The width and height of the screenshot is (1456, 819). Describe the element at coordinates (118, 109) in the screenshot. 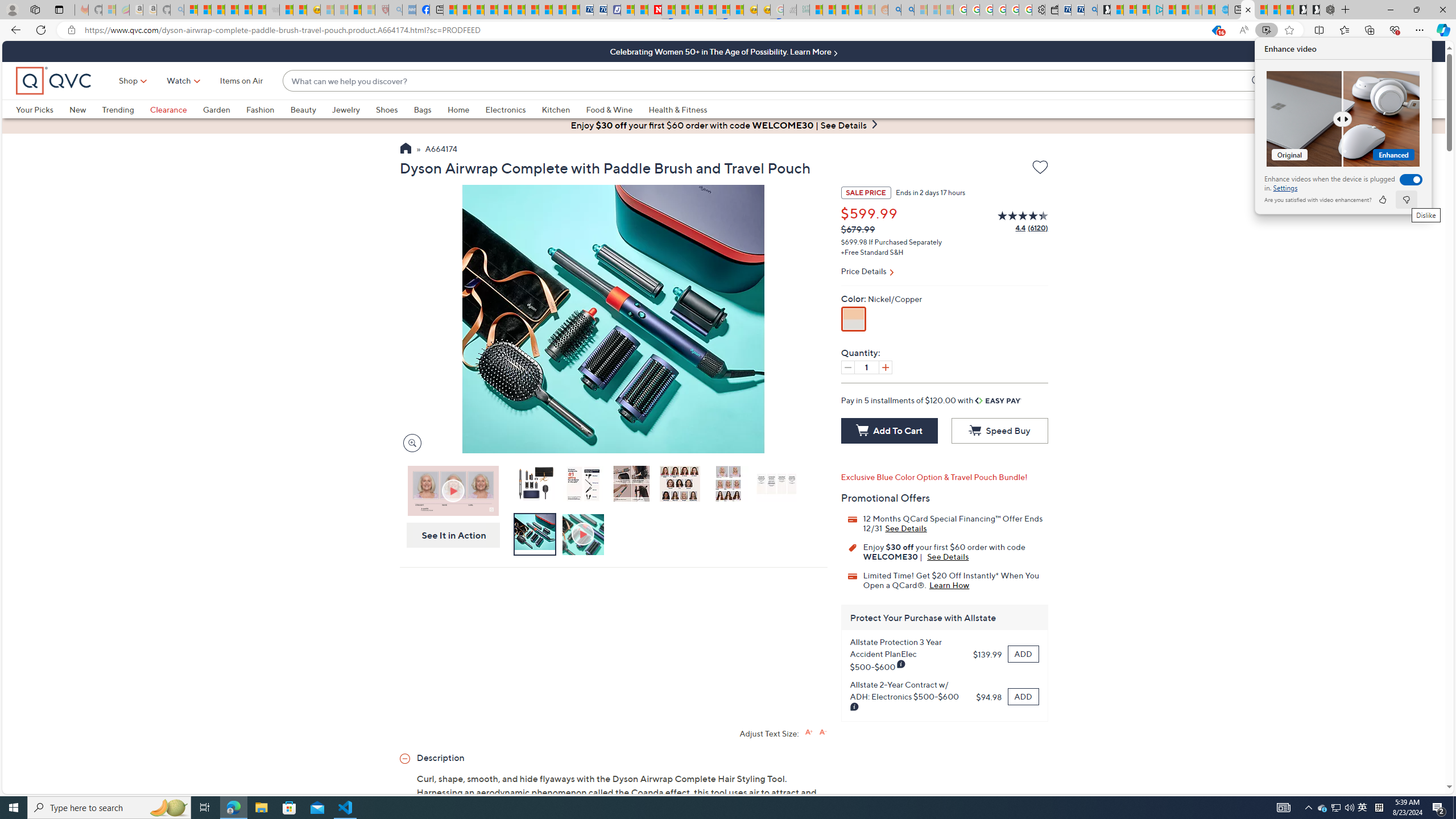

I see `'Trending'` at that location.